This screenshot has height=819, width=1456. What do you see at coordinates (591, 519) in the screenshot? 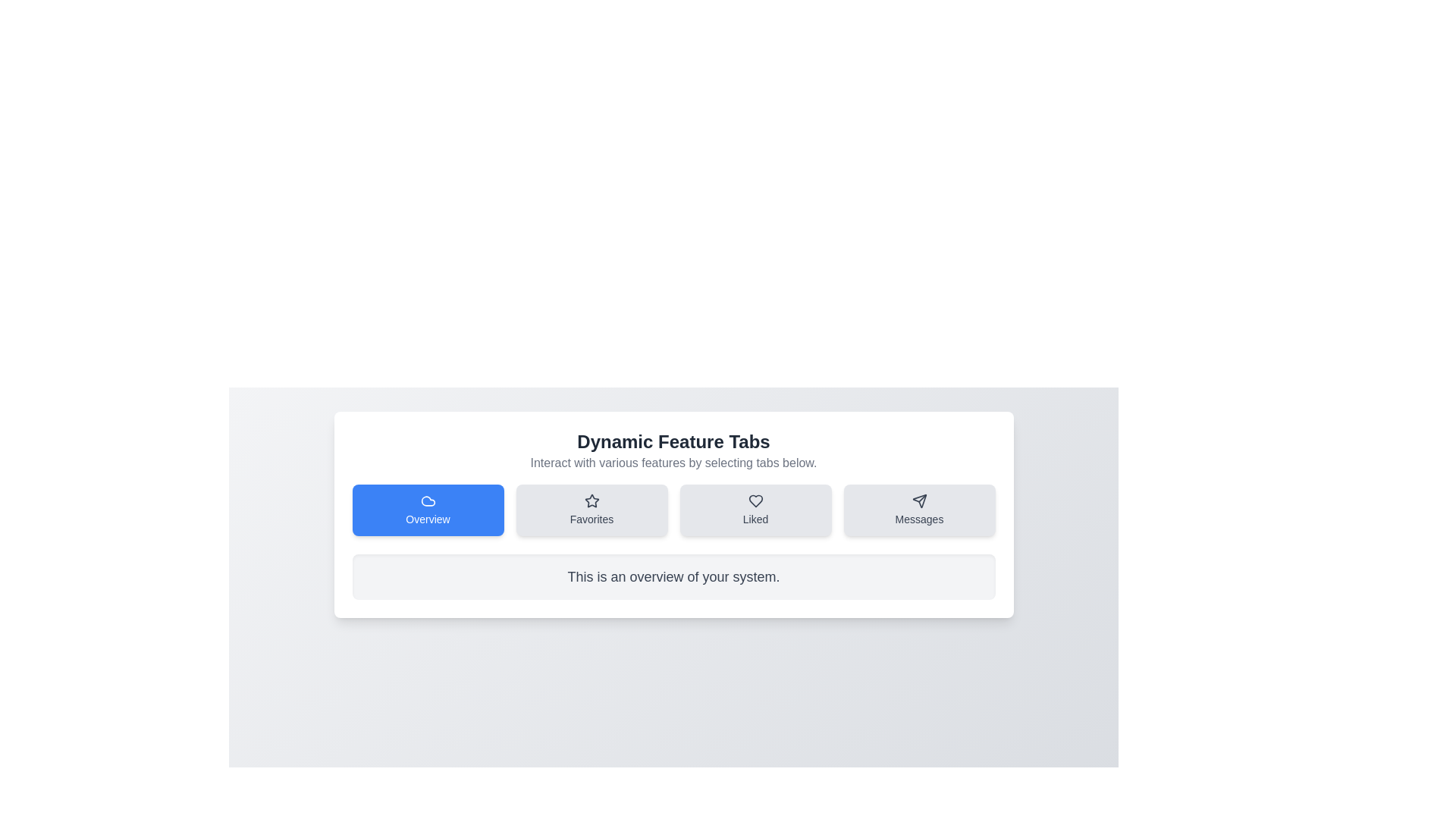
I see `the text label that indicates the purpose of the 'Favorites' tab, which is located beneath the star icon and between the 'Overview' and 'Liked' tabs` at bounding box center [591, 519].